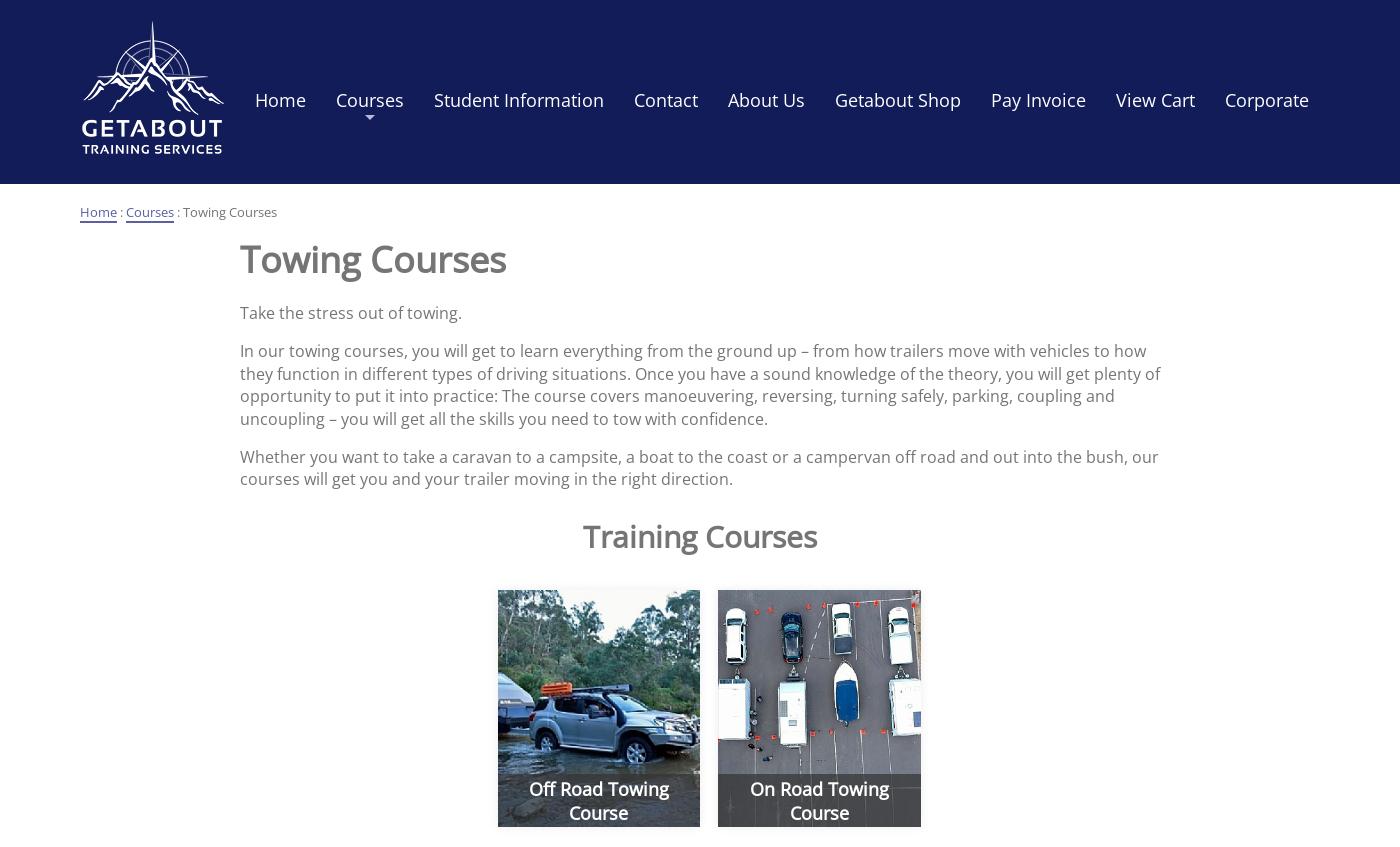 Image resolution: width=1400 pixels, height=847 pixels. I want to click on 'Home', so click(98, 212).